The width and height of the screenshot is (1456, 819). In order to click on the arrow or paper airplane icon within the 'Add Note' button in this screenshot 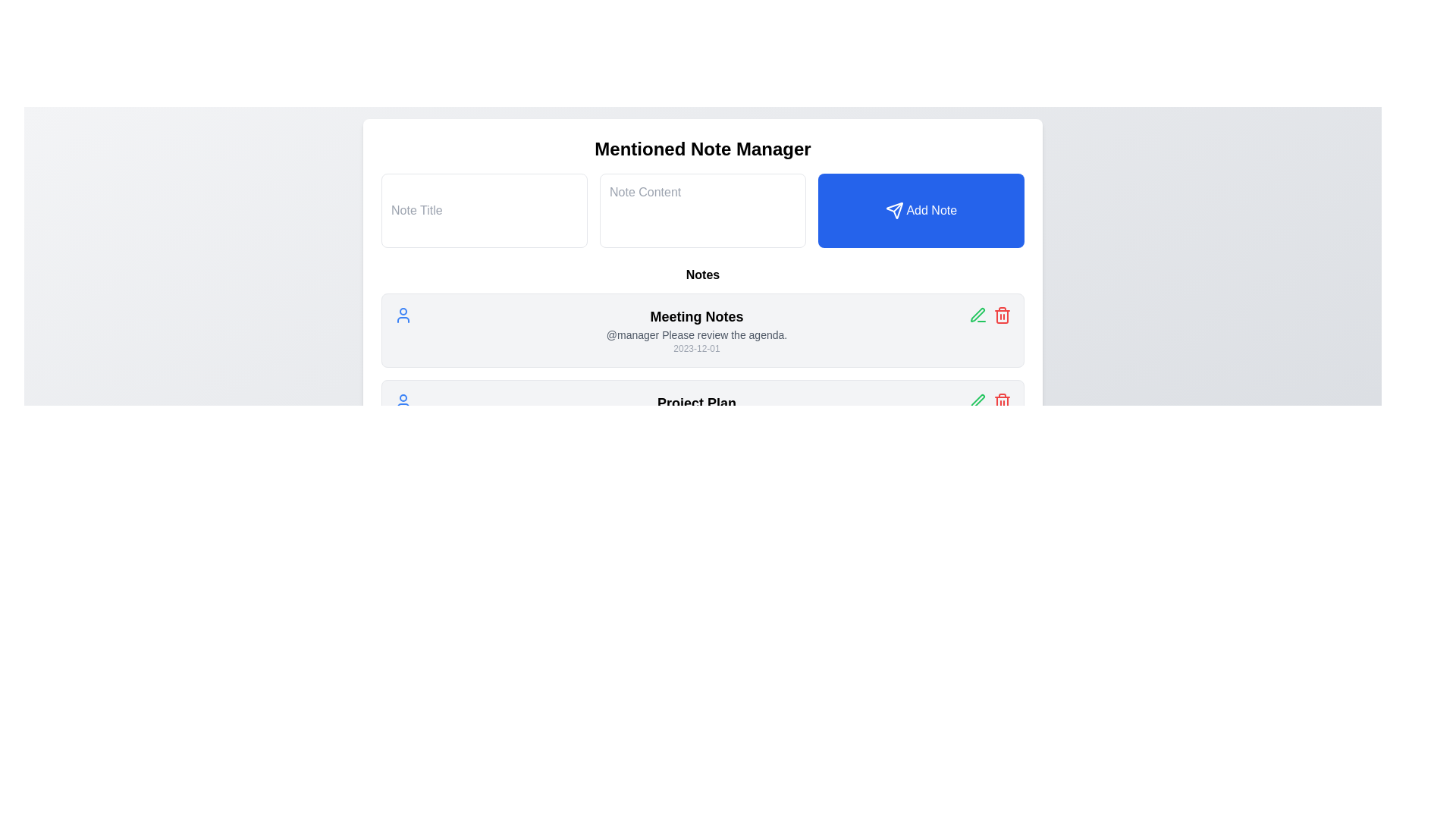, I will do `click(894, 211)`.